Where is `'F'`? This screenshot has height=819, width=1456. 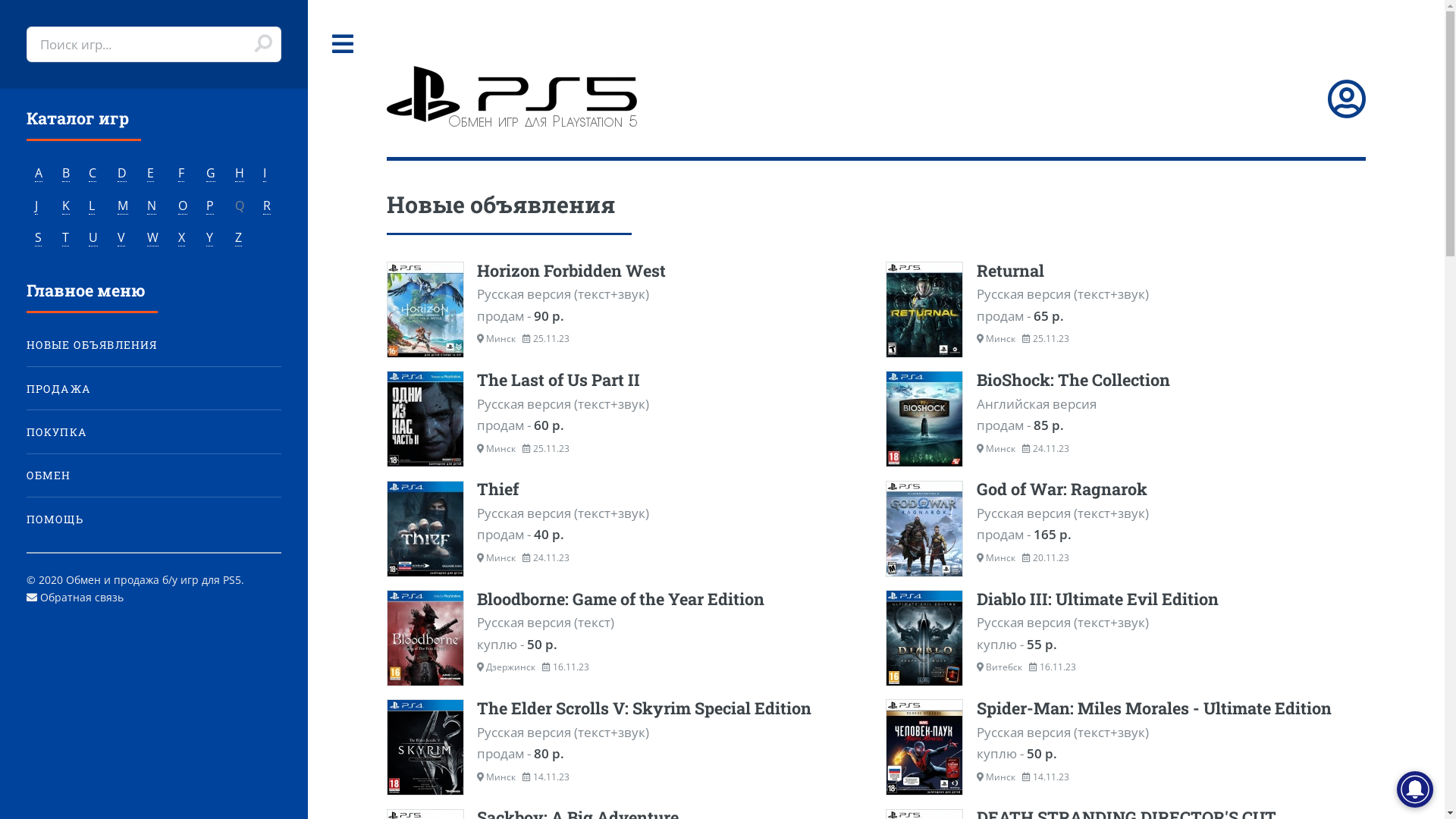 'F' is located at coordinates (181, 172).